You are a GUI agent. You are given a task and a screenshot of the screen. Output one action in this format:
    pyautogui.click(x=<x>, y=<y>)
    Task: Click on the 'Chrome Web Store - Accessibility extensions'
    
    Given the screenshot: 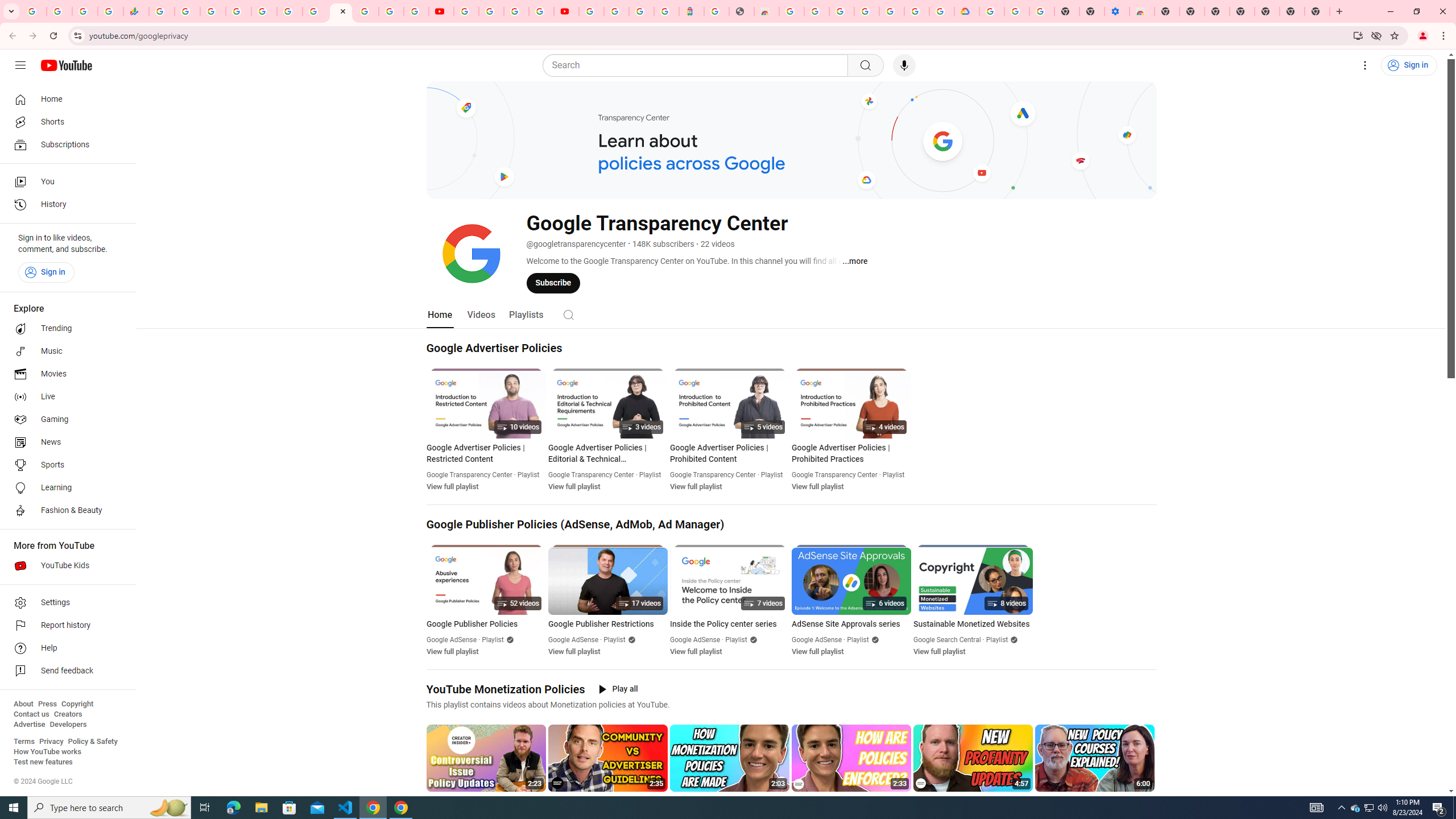 What is the action you would take?
    pyautogui.click(x=1141, y=11)
    